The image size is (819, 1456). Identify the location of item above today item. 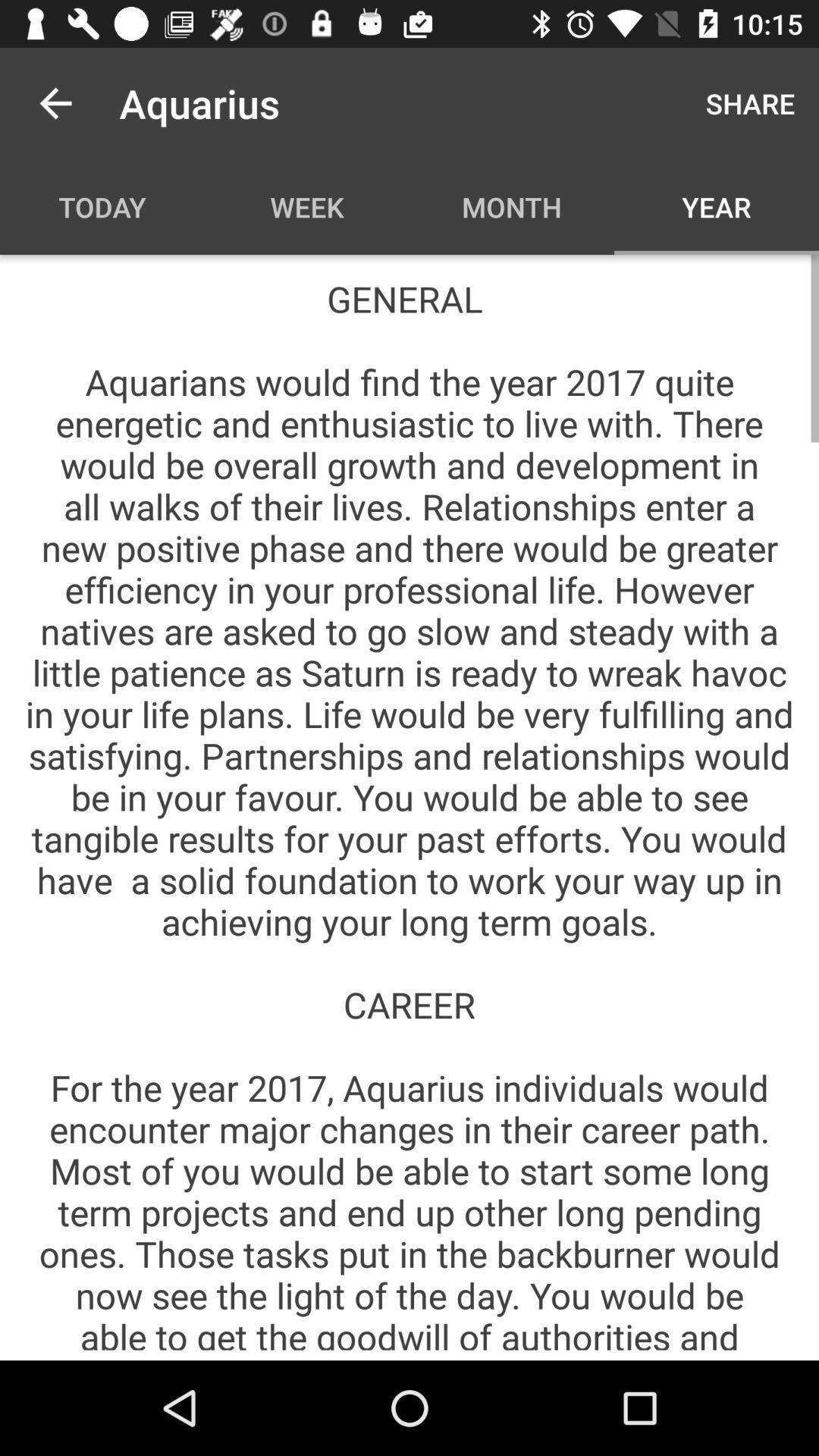
(55, 102).